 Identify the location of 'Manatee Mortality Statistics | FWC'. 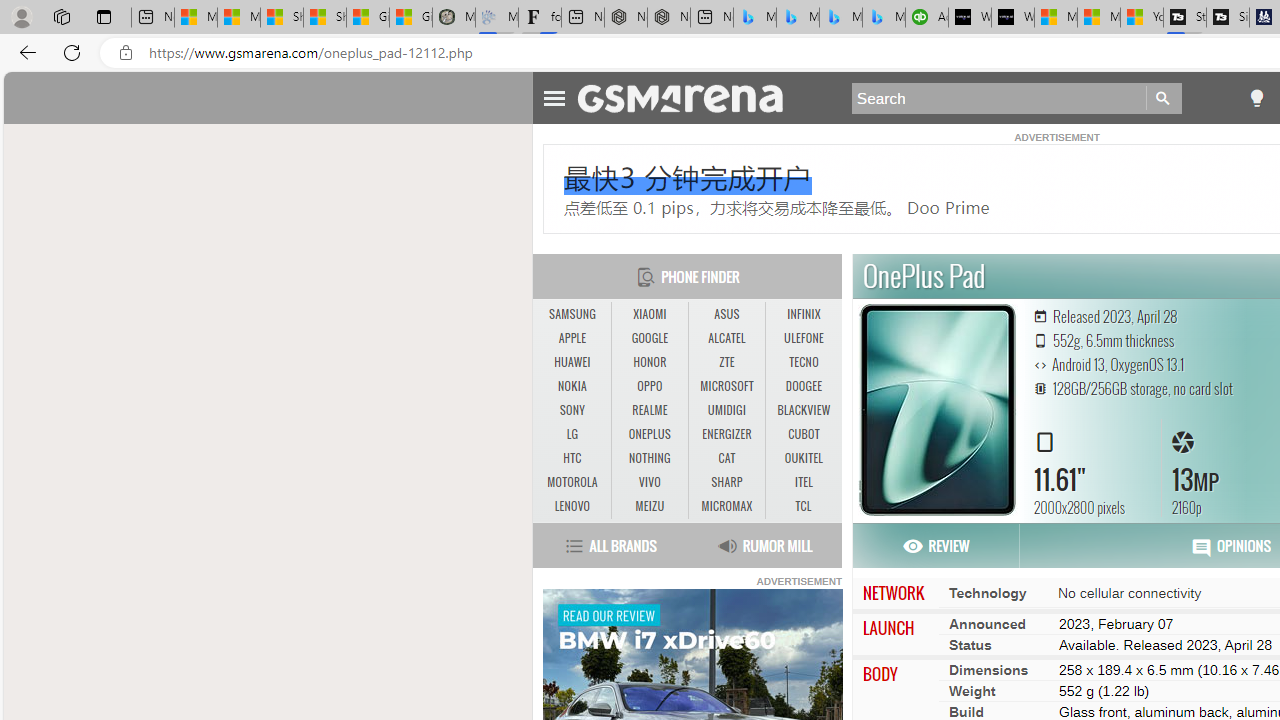
(452, 17).